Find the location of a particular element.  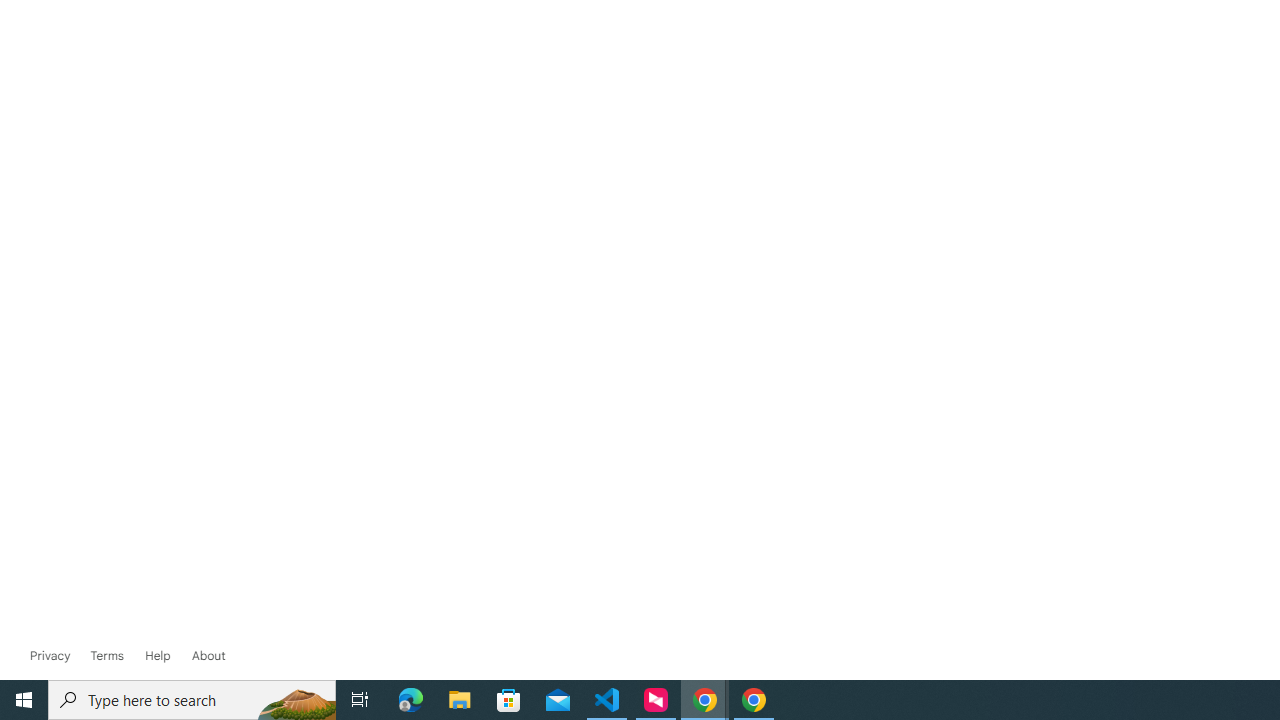

'Learn more about Google Account' is located at coordinates (208, 655).